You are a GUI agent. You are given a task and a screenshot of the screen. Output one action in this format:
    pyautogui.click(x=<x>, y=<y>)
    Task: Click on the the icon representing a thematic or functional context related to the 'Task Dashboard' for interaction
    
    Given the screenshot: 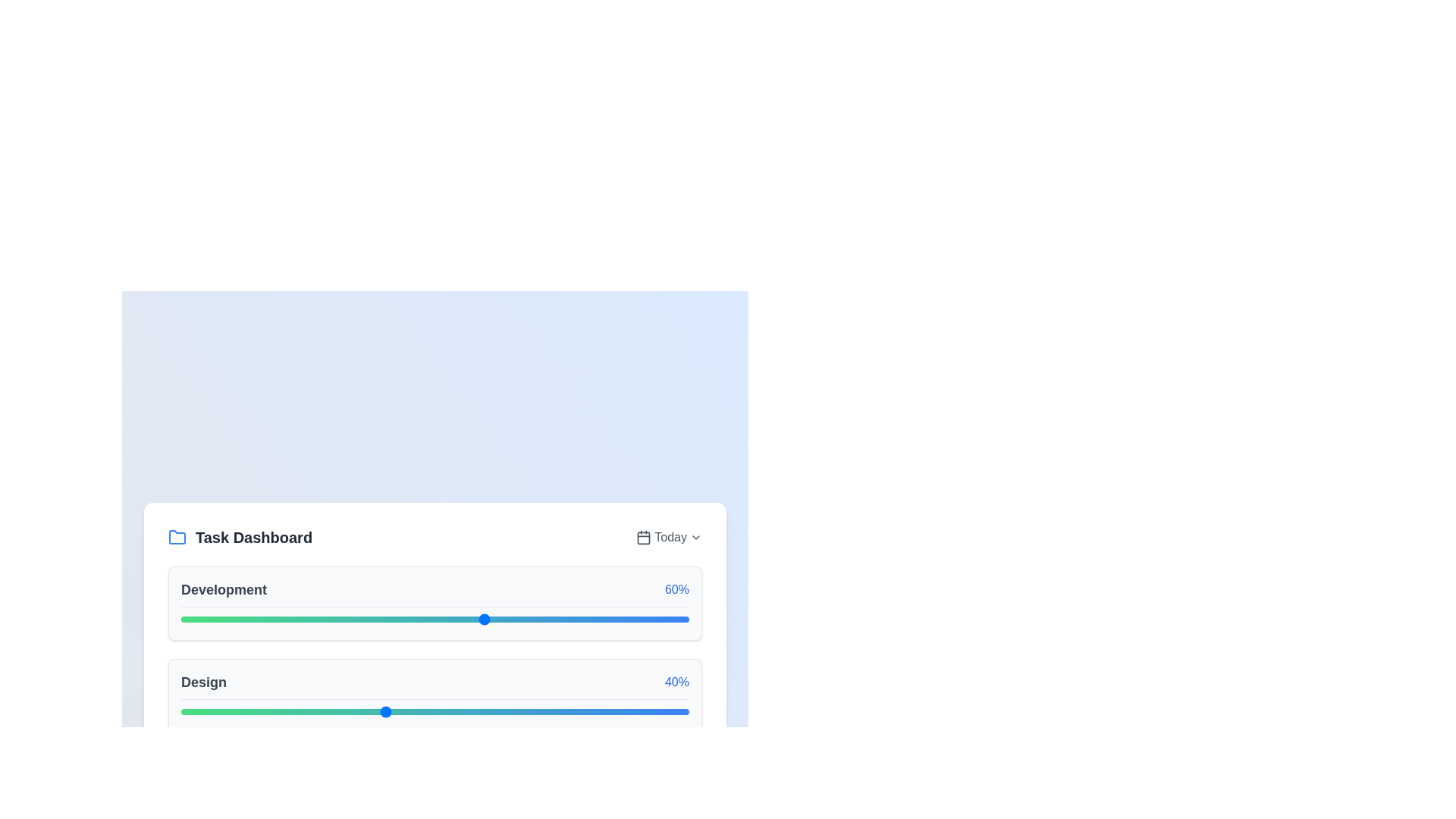 What is the action you would take?
    pyautogui.click(x=177, y=536)
    